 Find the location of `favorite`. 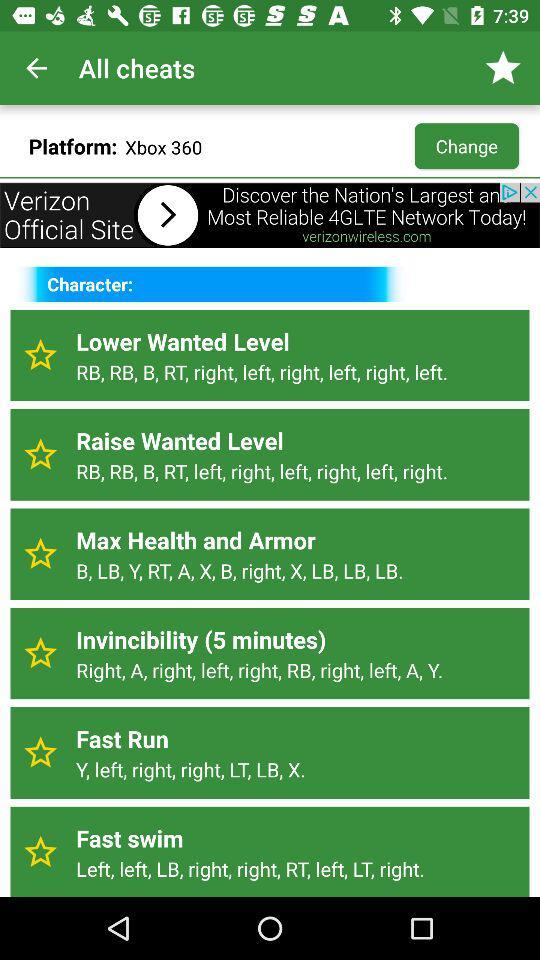

favorite is located at coordinates (40, 355).